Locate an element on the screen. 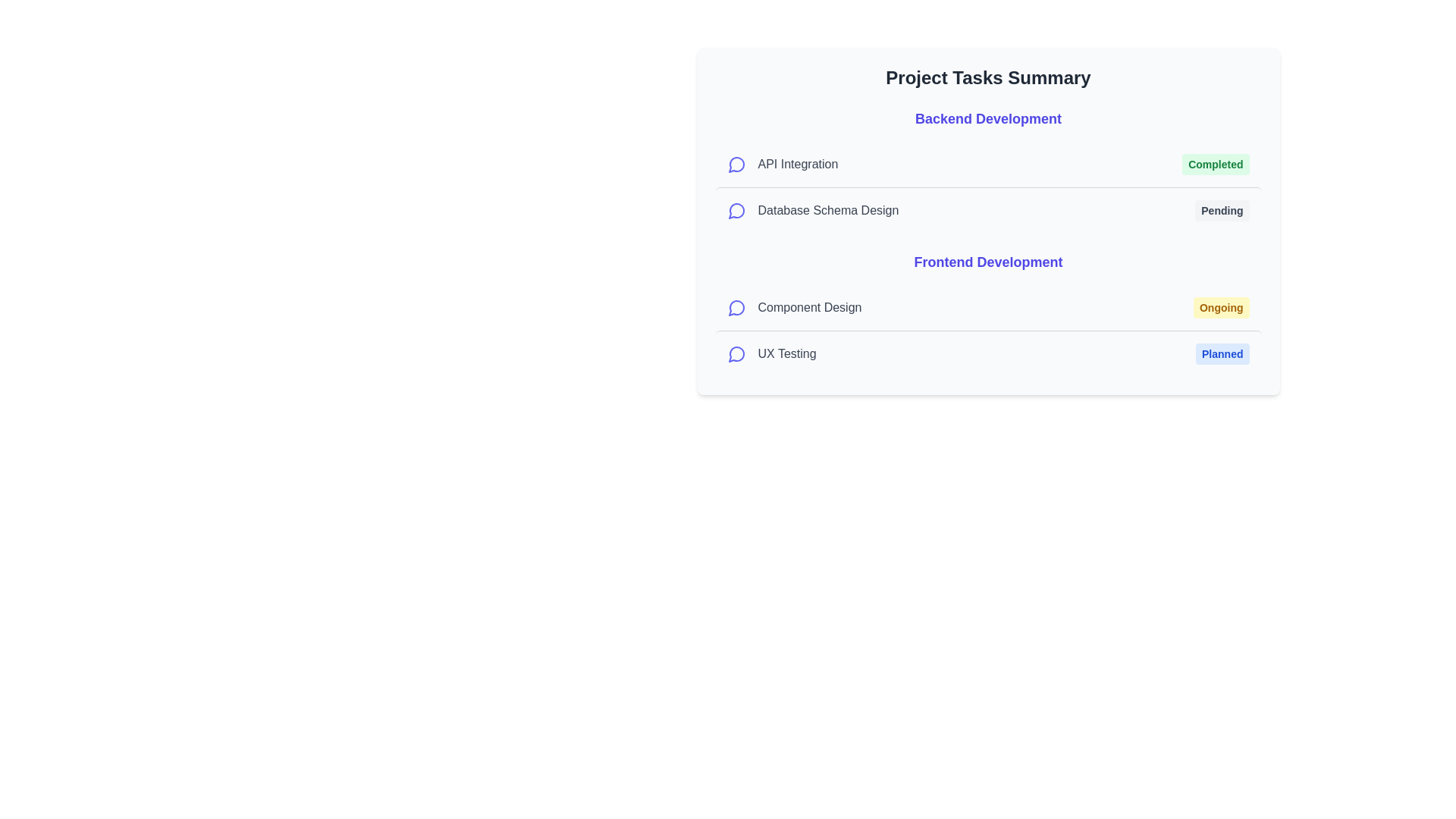  the static text label in the third row under the 'Frontend Development' section, which is aligned to the right of the message bubble icon is located at coordinates (808, 307).